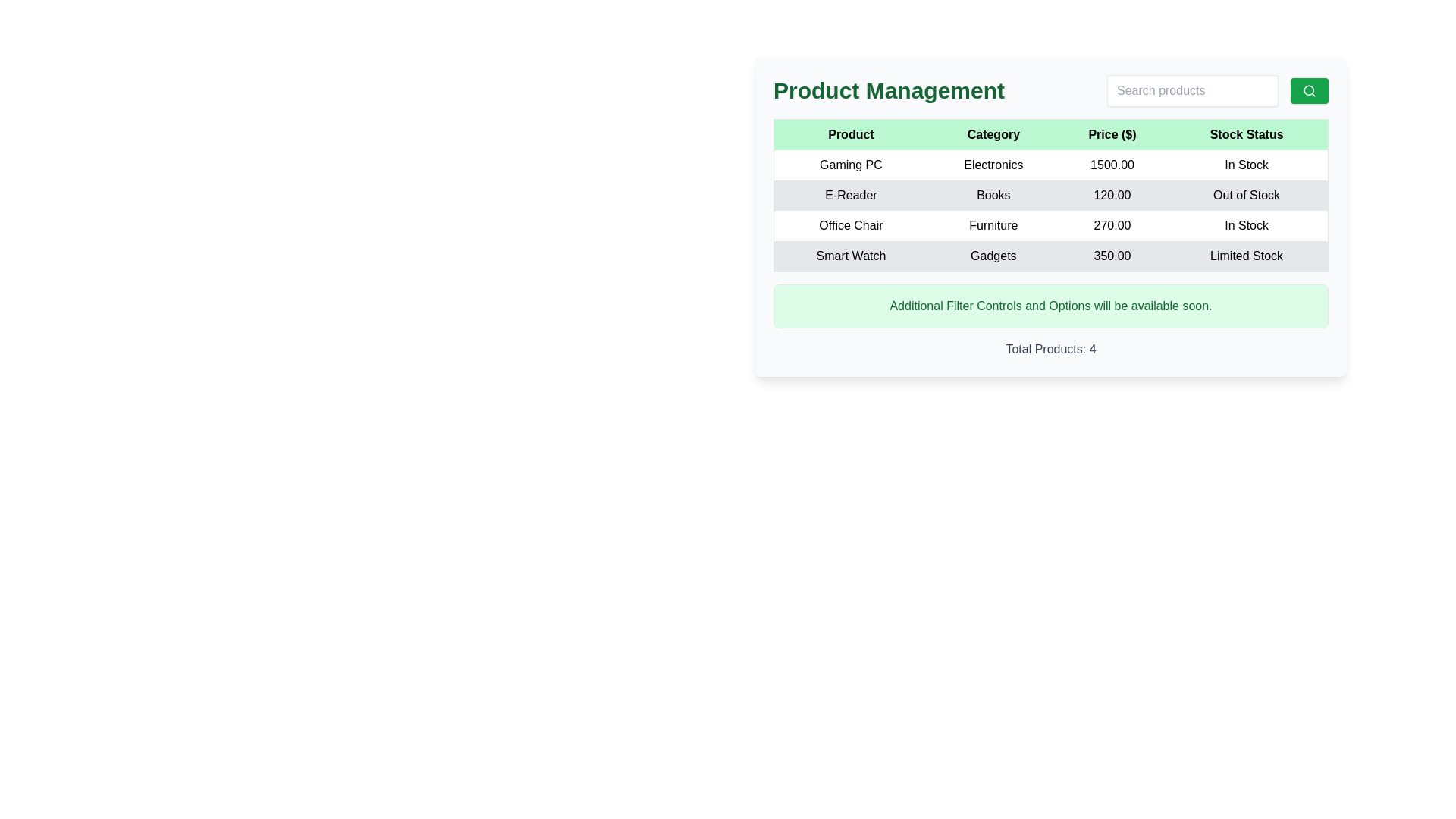  Describe the element at coordinates (1112, 256) in the screenshot. I see `the price text label representing the monetary value of the Smart Watch in the product table` at that location.